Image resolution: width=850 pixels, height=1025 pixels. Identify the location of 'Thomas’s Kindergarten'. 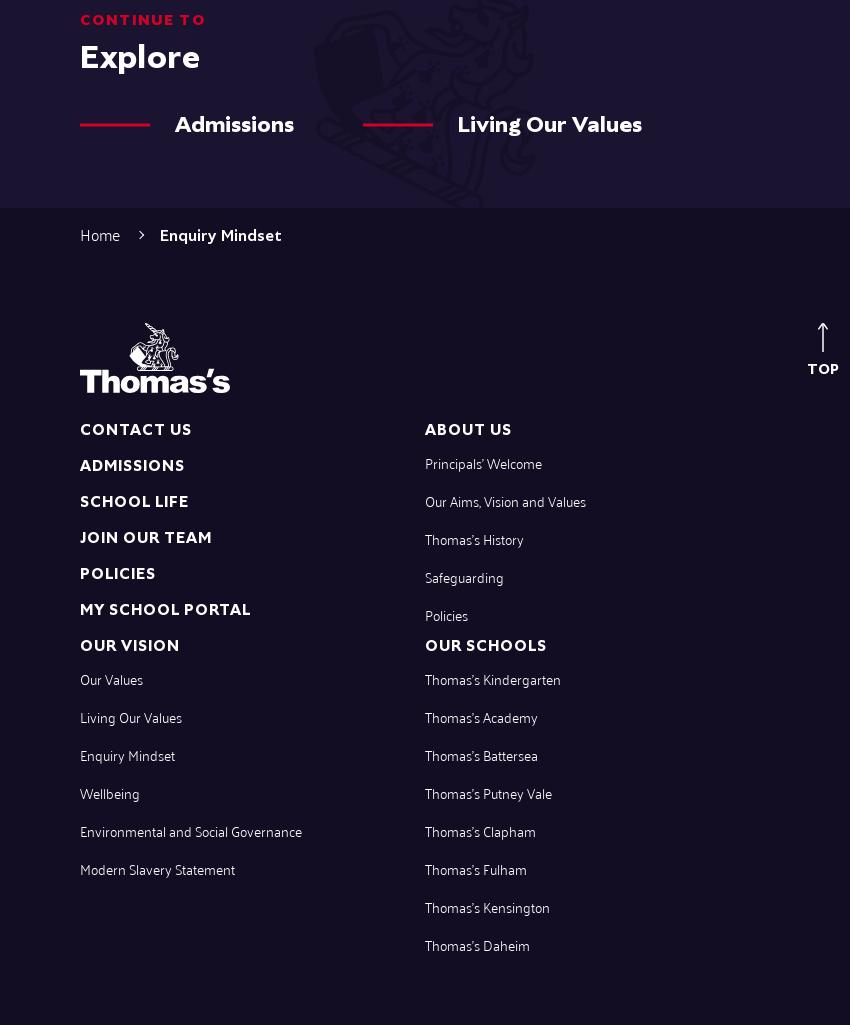
(492, 677).